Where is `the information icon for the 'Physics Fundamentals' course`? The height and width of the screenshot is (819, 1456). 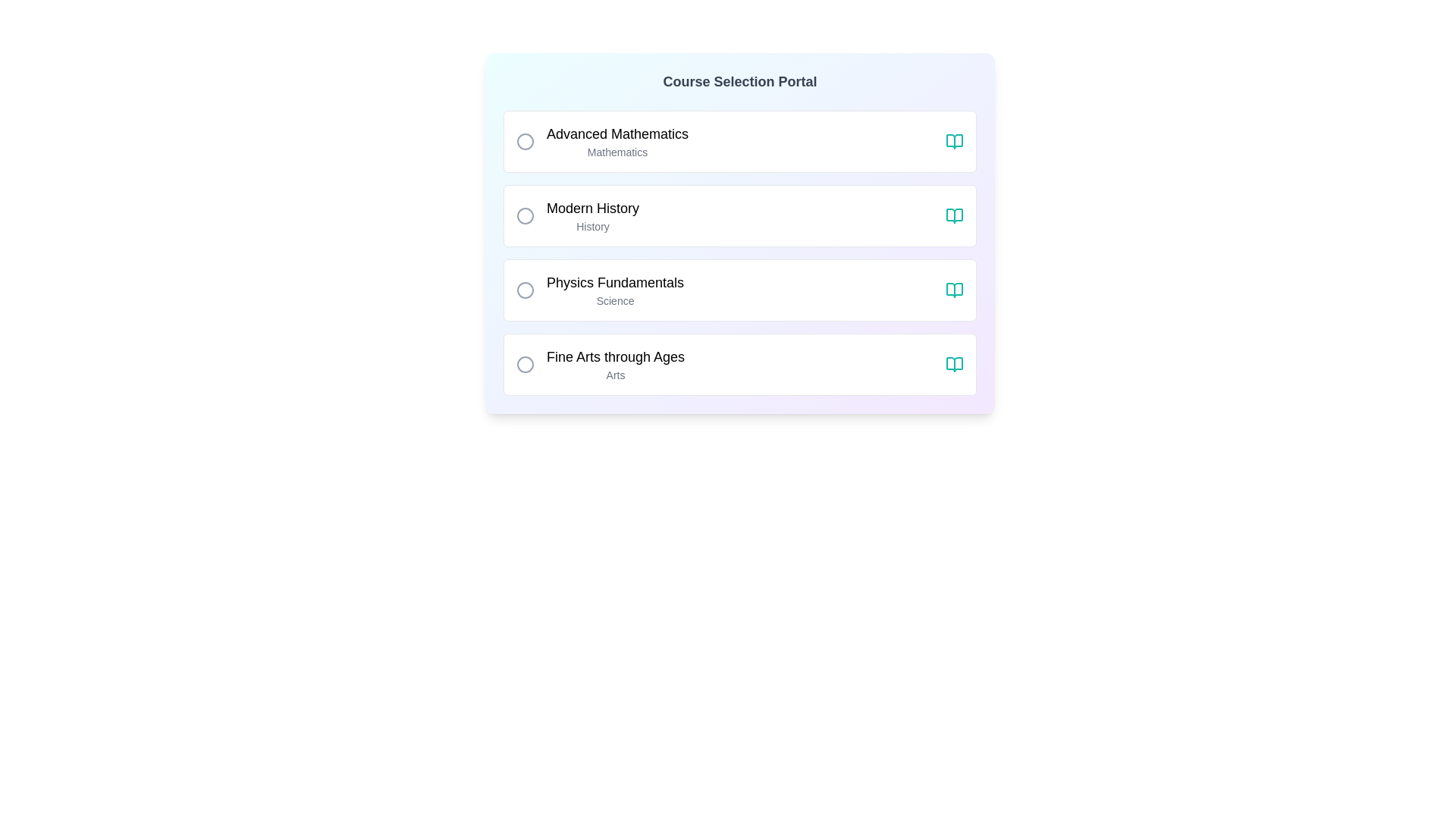
the information icon for the 'Physics Fundamentals' course is located at coordinates (953, 290).